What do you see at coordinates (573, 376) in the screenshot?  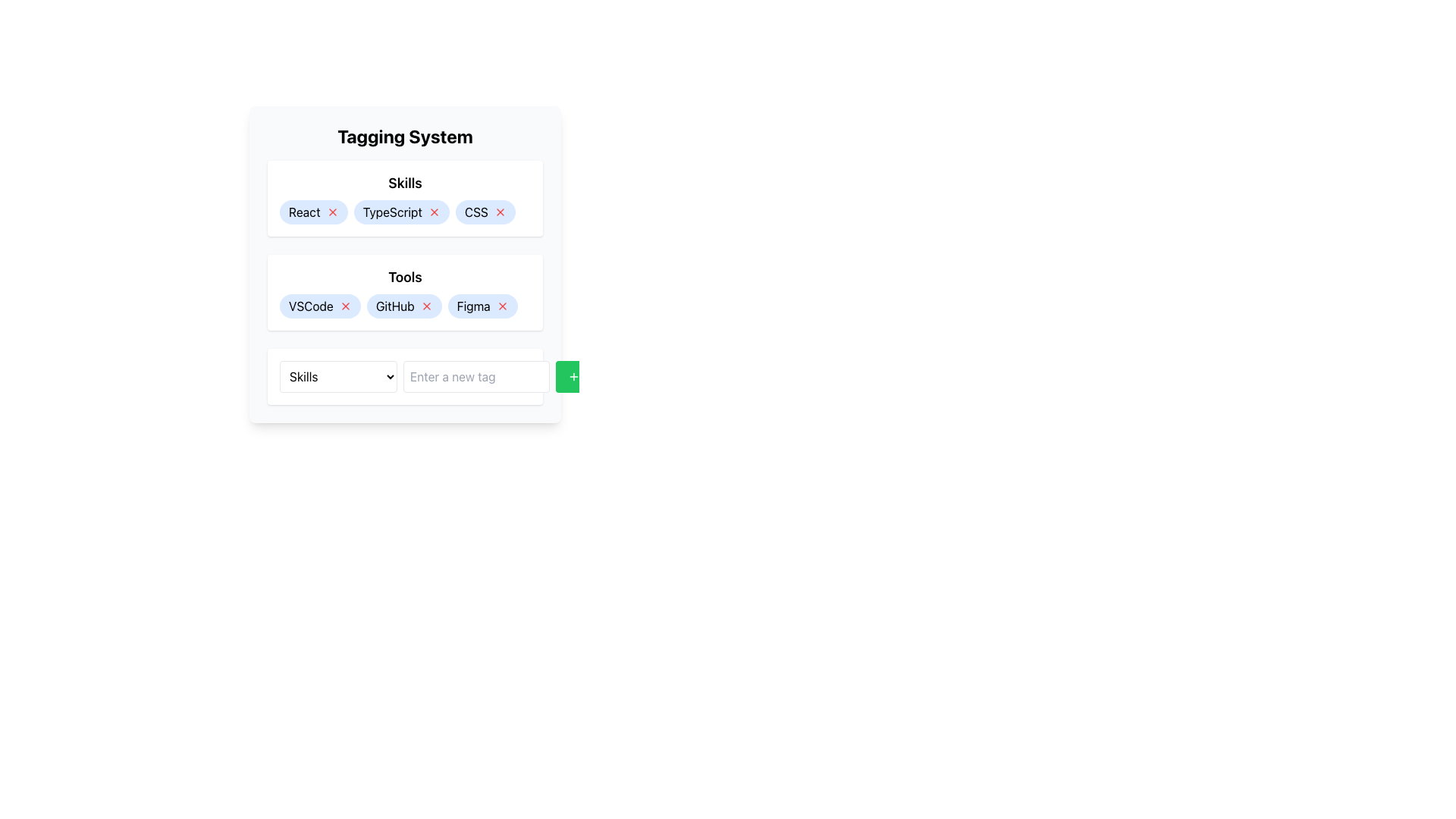 I see `the small square-shaped green button with a white plus sign icon, located` at bounding box center [573, 376].